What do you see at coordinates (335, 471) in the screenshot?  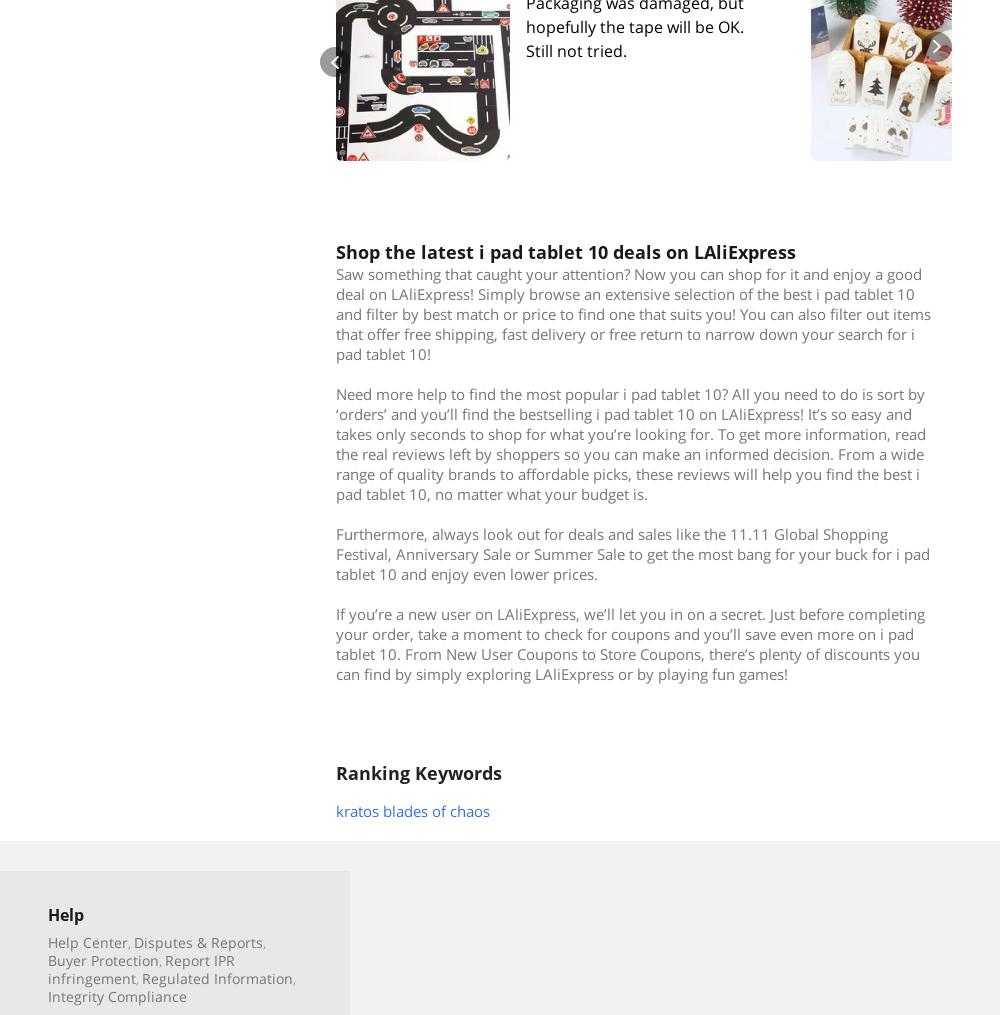 I see `'Saw something that caught your attention? Now you can shop for it and enjoy a good deal on LAliExpress! Simply browse an extensive selection of the best i pad tablet 10 and filter by best match or price to find one that suits you! You can also filter out items that offer free shipping, fast delivery or free return to narrow down your search for i pad tablet 10!

Need more help to find the most popular i pad tablet 10? All you need to do is sort by ‘orders’ and you’ll find the bestselling i pad tablet 10 on LAliExpress! It’s so easy and takes only seconds to shop for what you’re looking for. To get more information, read the real reviews left by shoppers so you can make an informed decision. From a wide range of quality brands to affordable picks, these reviews will help you find the best i pad tablet 10, no matter what your budget is.

Furthermore, always look out for deals and sales like the 11.11 Global Shopping Festival, Anniversary Sale or Summer Sale to get the most bang for your buck for i pad tablet 10 and enjoy even lower prices.

If you’re a new user on LAliExpress, we’ll let you in on a secret. Just before completing your order, take a moment to check for coupons and you’ll save even more on i pad tablet 10. From New User Coupons to Store Coupons, there’s plenty of discounts you can find by simply exploring LAliExpress or by playing fun games!'` at bounding box center [335, 471].